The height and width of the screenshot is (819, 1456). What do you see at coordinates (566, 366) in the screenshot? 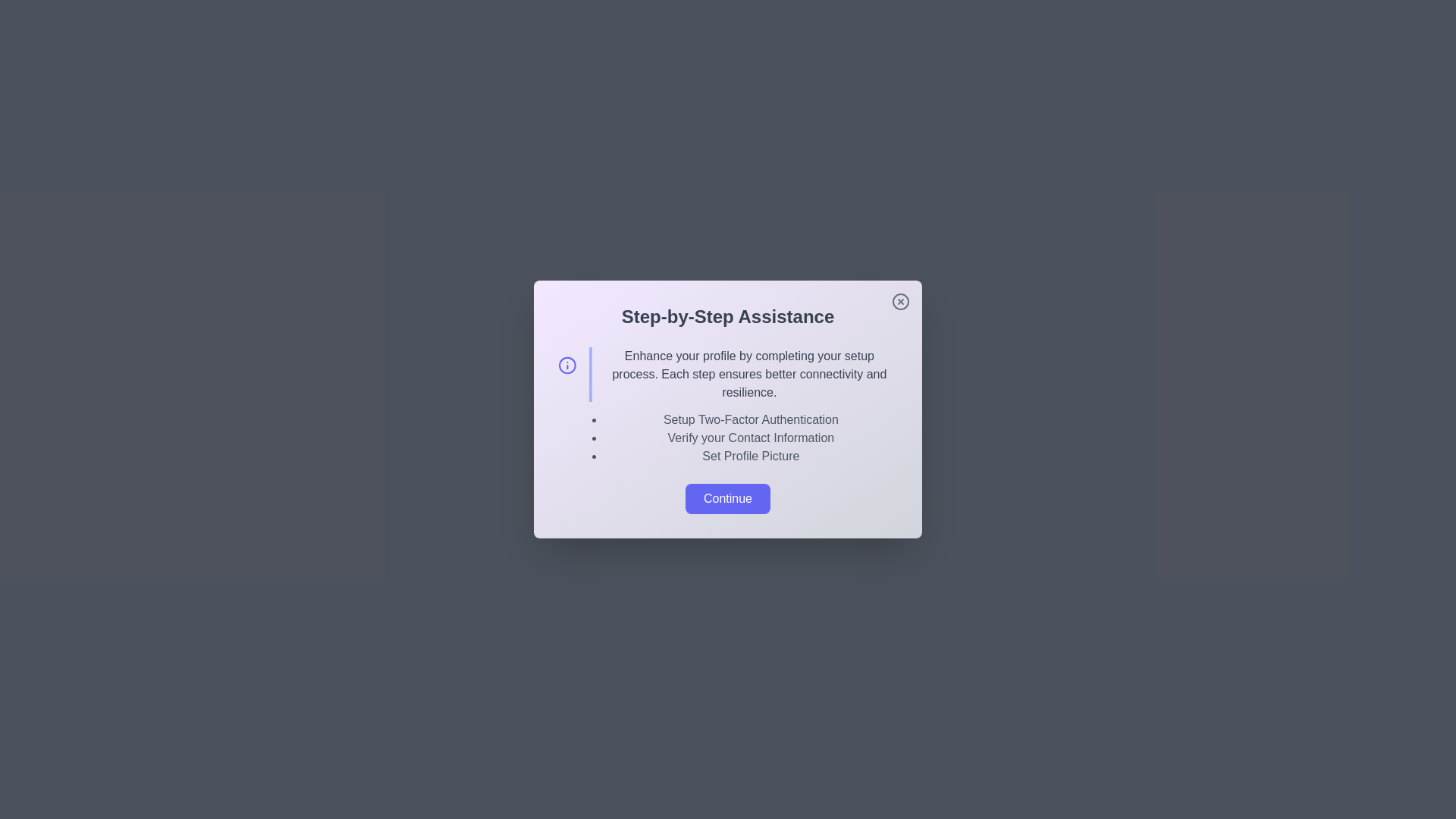
I see `the informational icon to trigger its functionality` at bounding box center [566, 366].